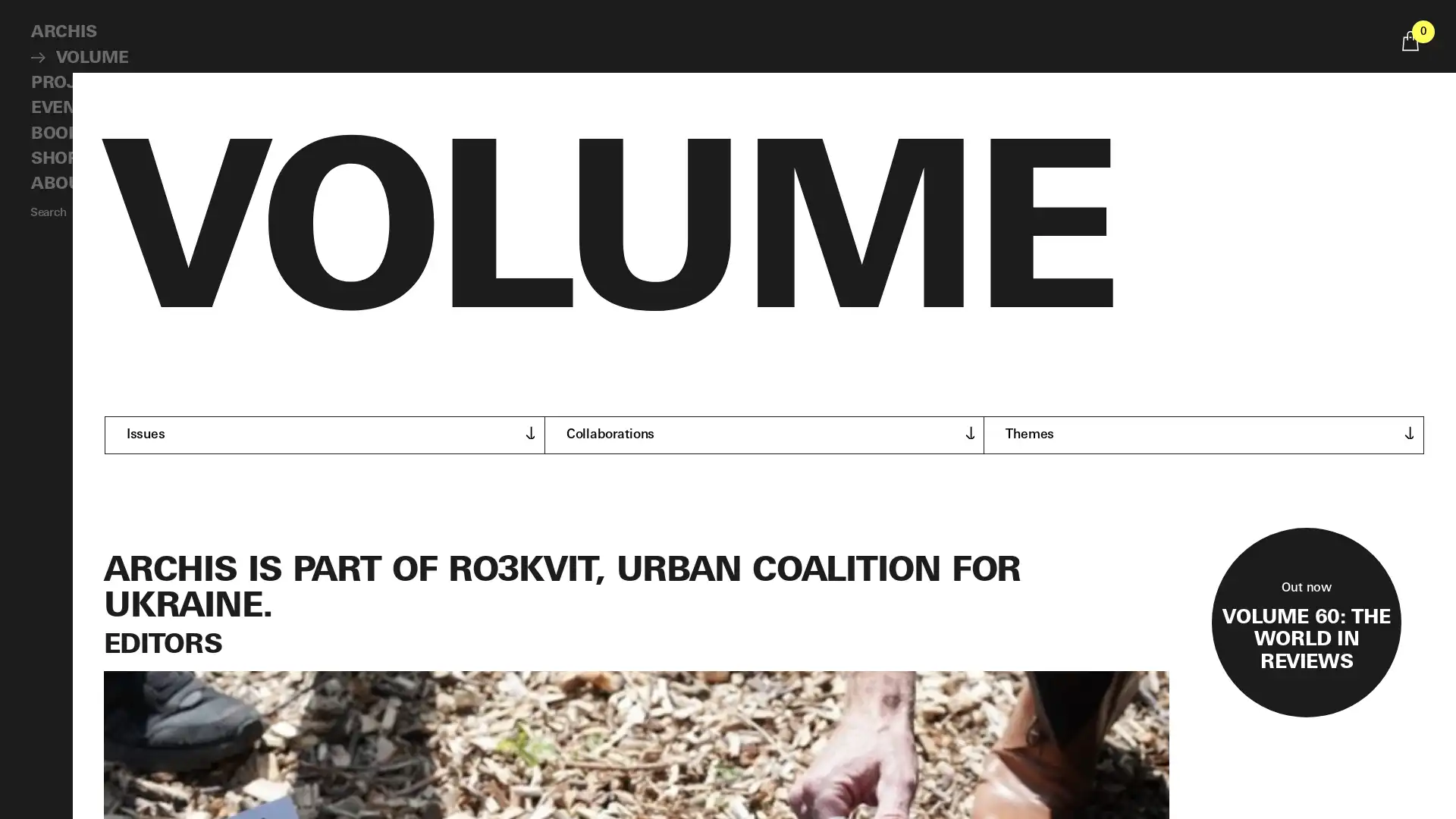 Image resolution: width=1456 pixels, height=819 pixels. I want to click on Collaborations, so click(610, 435).